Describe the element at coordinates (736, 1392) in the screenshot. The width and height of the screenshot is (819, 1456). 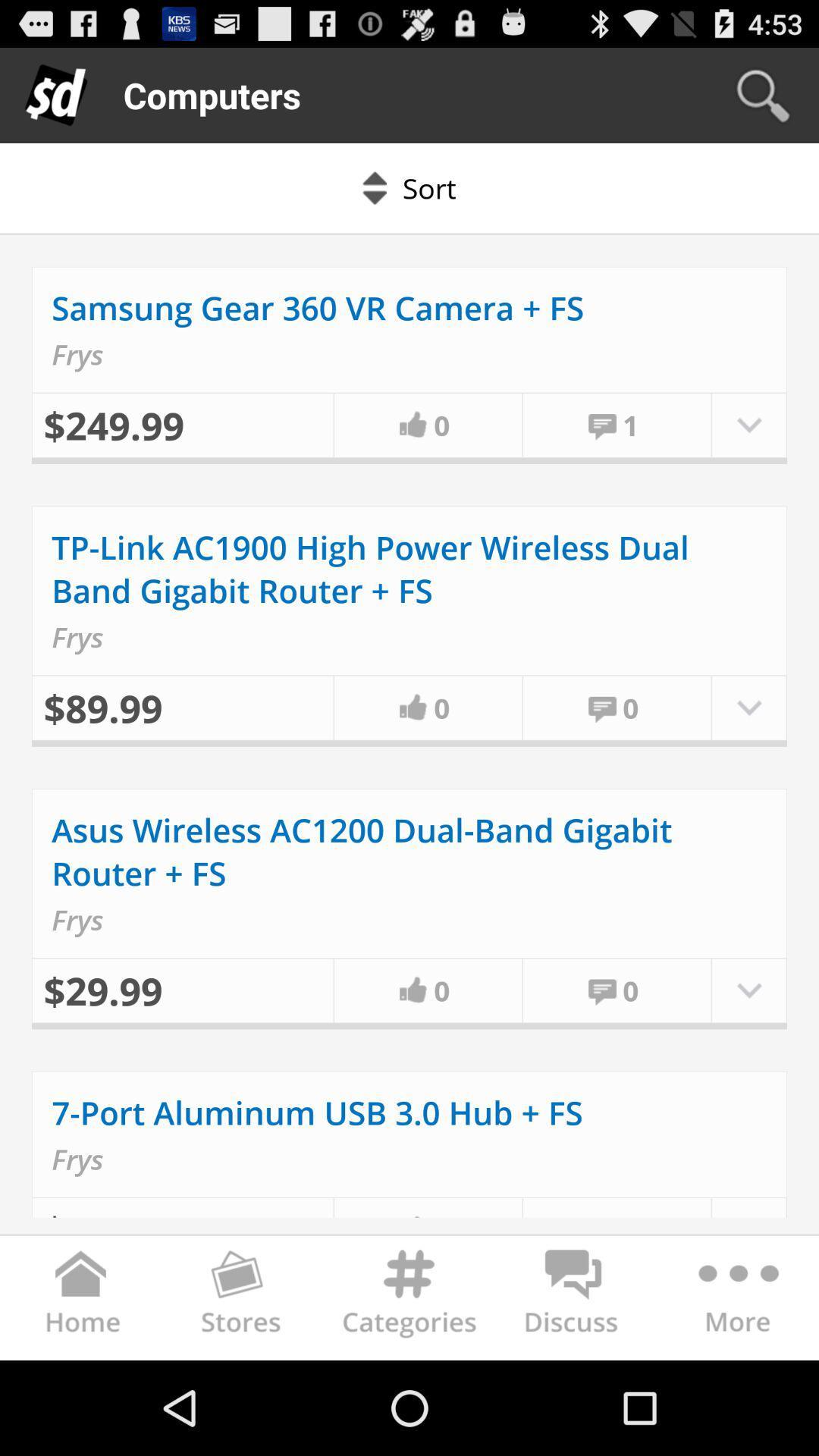
I see `the more icon` at that location.